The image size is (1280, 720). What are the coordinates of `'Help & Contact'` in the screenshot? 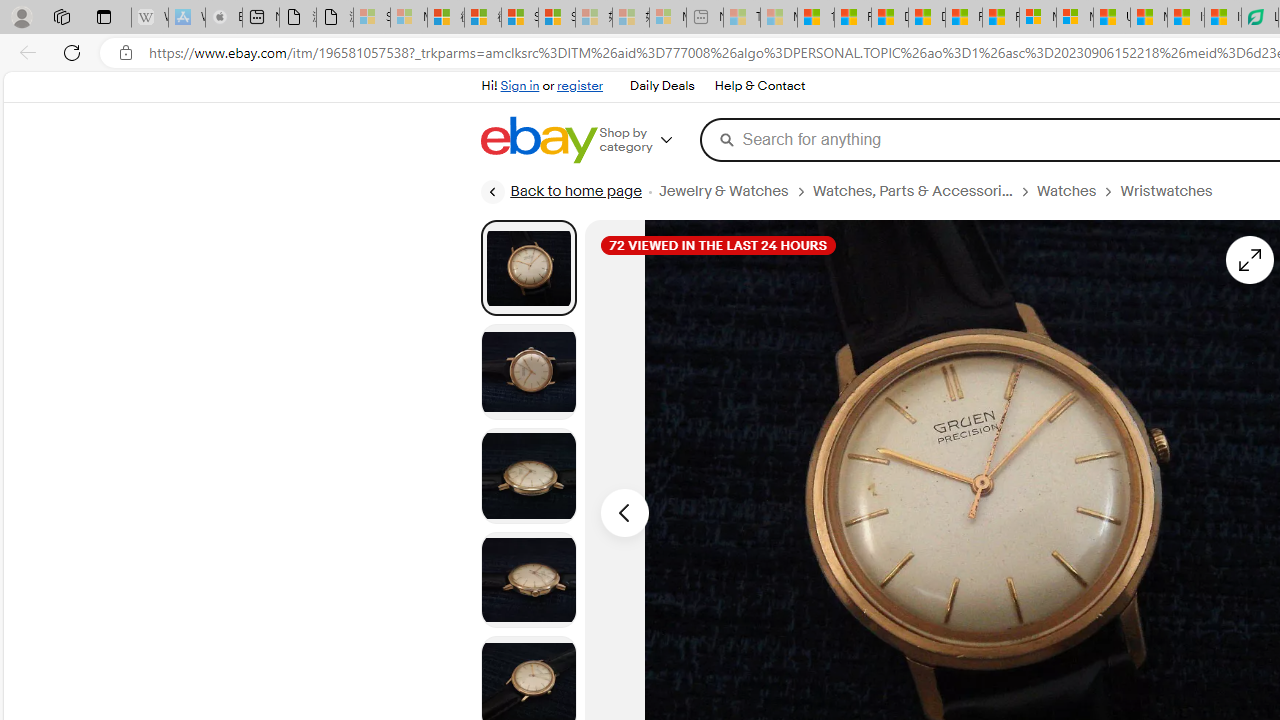 It's located at (759, 86).